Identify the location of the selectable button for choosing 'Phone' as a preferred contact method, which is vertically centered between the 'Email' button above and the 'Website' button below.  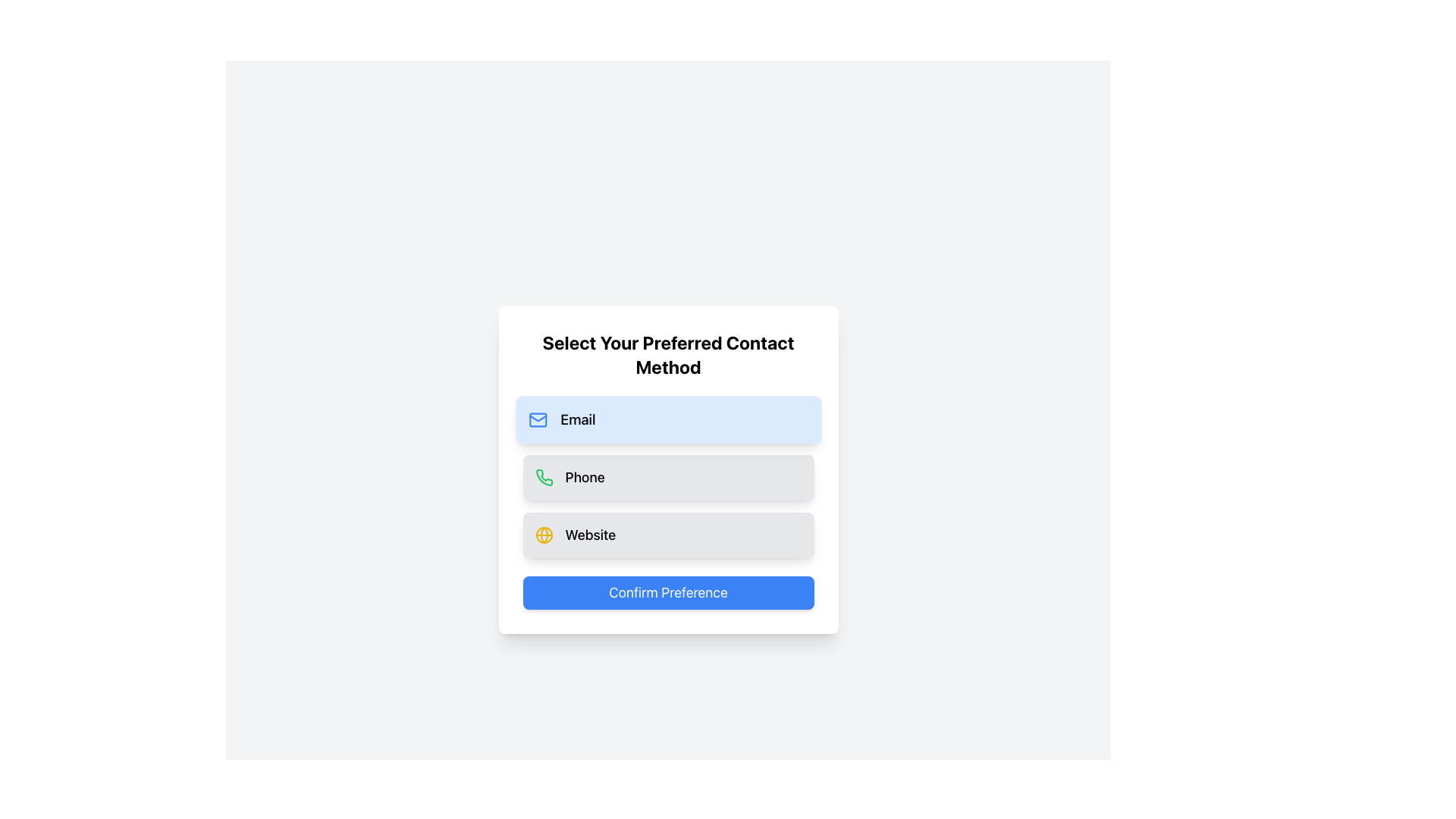
(667, 476).